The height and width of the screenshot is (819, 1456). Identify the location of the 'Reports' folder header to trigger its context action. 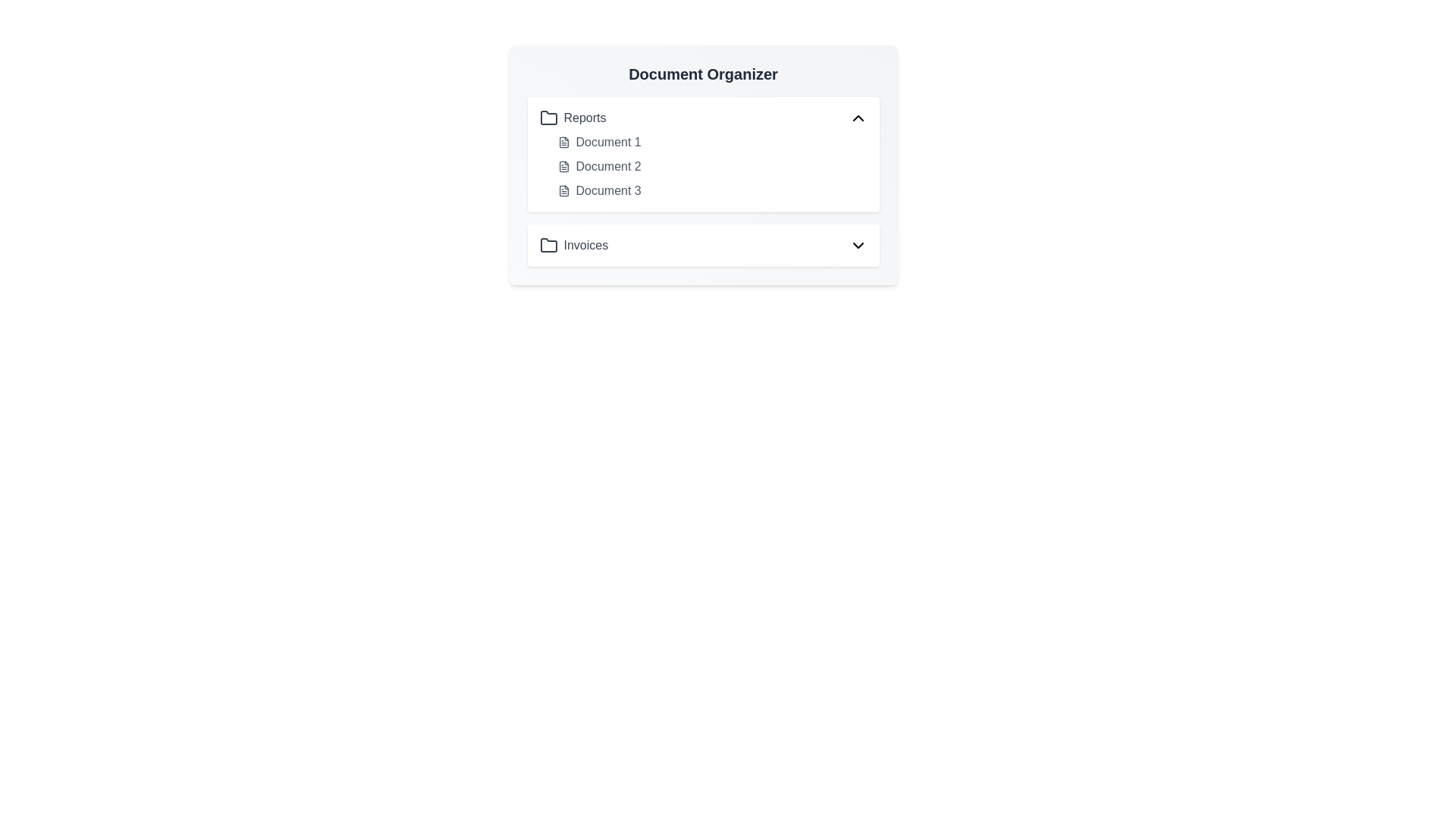
(702, 117).